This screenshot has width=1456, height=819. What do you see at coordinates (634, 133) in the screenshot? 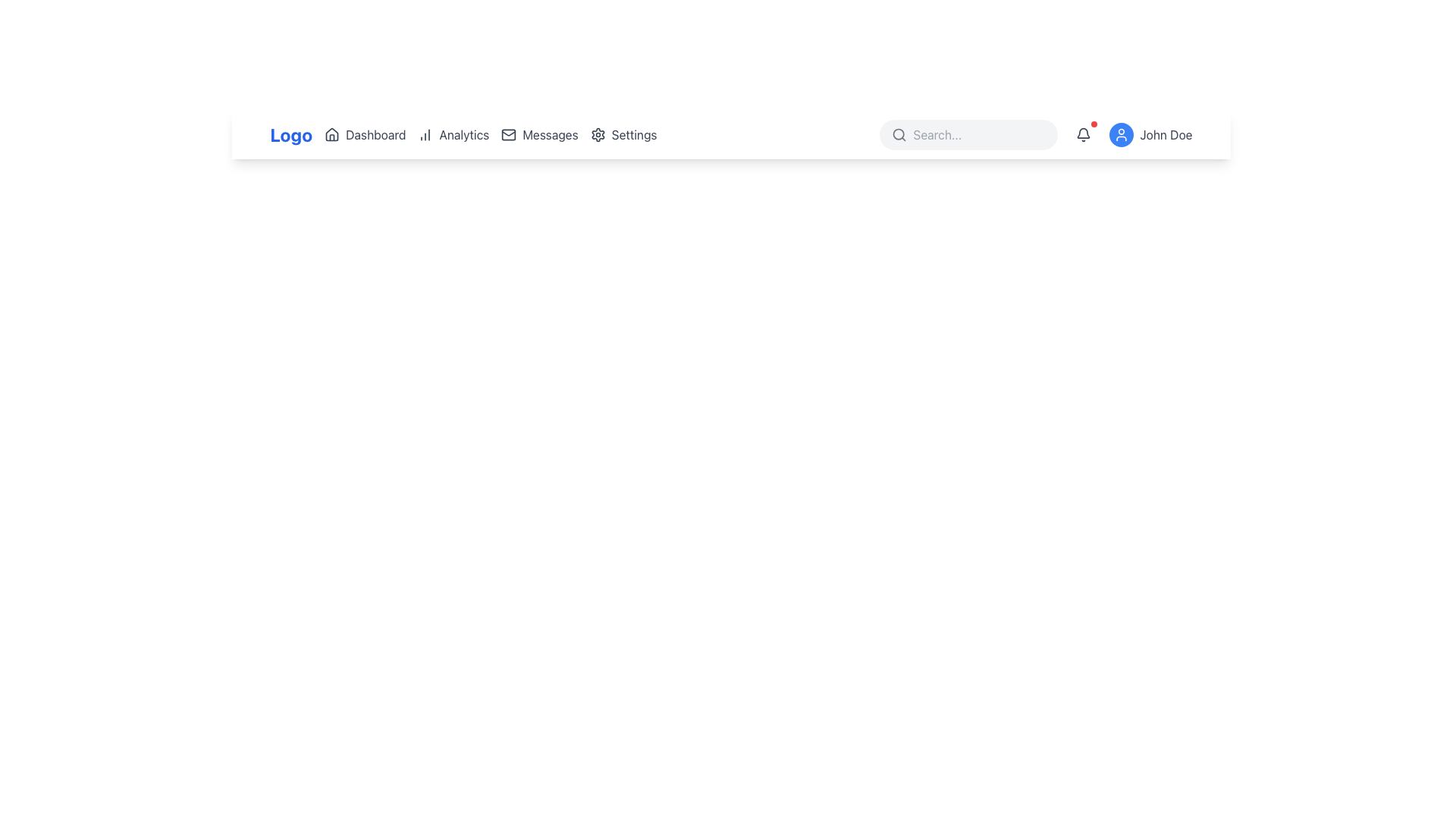
I see `the 'Settings' text label in the navigation bar, which is located to the right of the gear icon` at bounding box center [634, 133].